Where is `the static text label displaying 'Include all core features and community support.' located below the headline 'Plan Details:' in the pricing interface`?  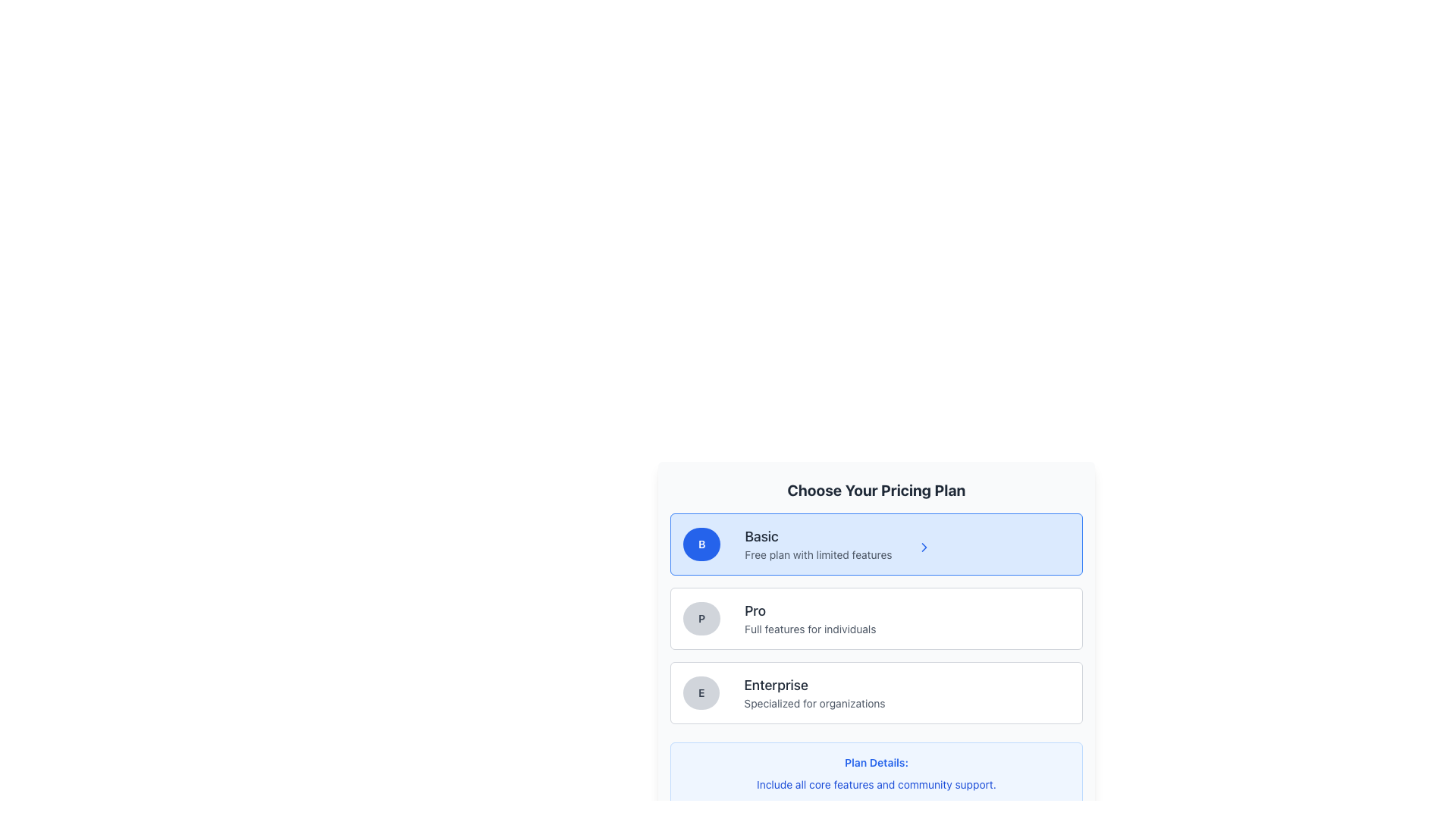 the static text label displaying 'Include all core features and community support.' located below the headline 'Plan Details:' in the pricing interface is located at coordinates (877, 784).